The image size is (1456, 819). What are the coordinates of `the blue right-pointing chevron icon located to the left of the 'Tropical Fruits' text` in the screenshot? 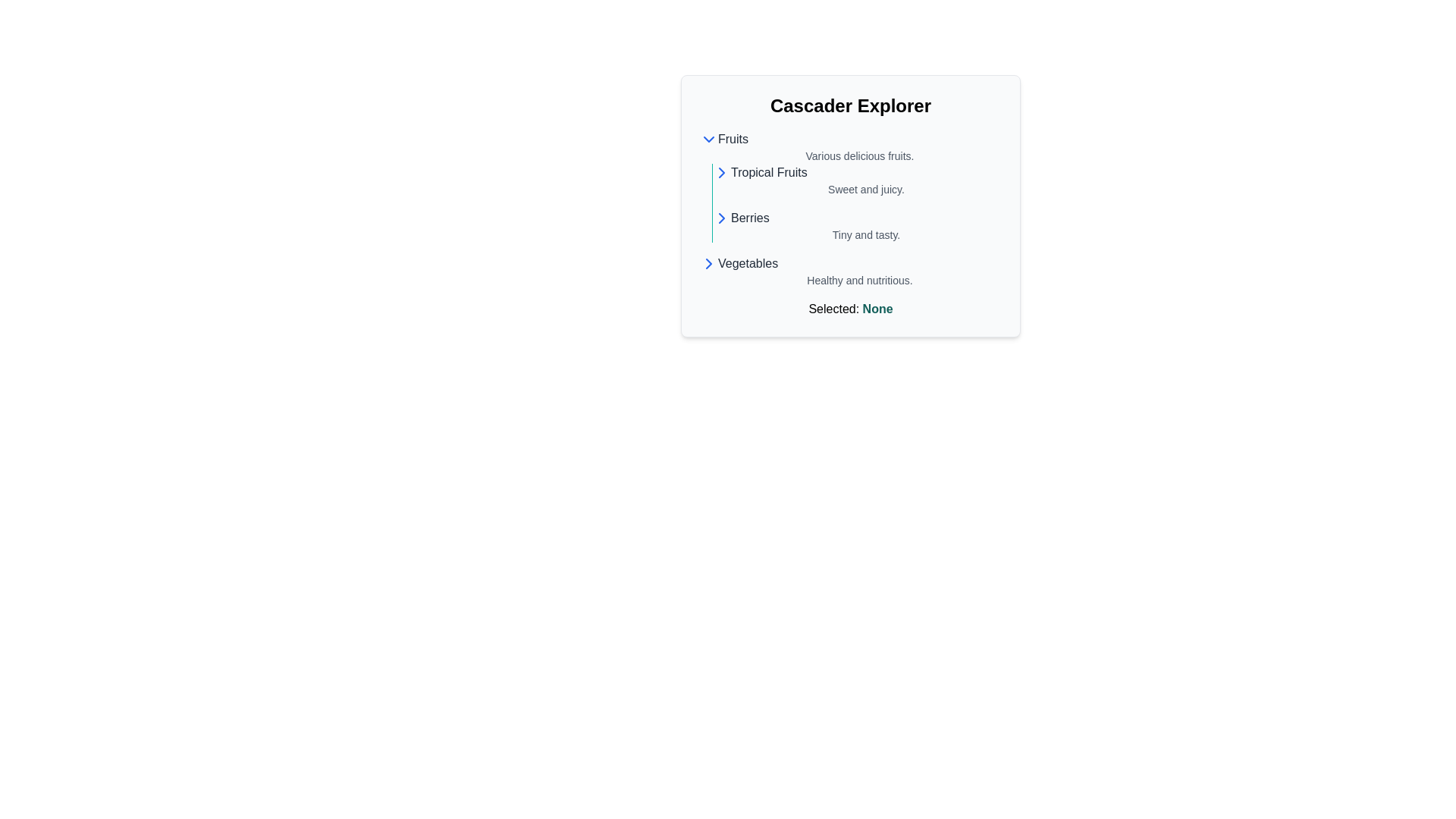 It's located at (720, 171).